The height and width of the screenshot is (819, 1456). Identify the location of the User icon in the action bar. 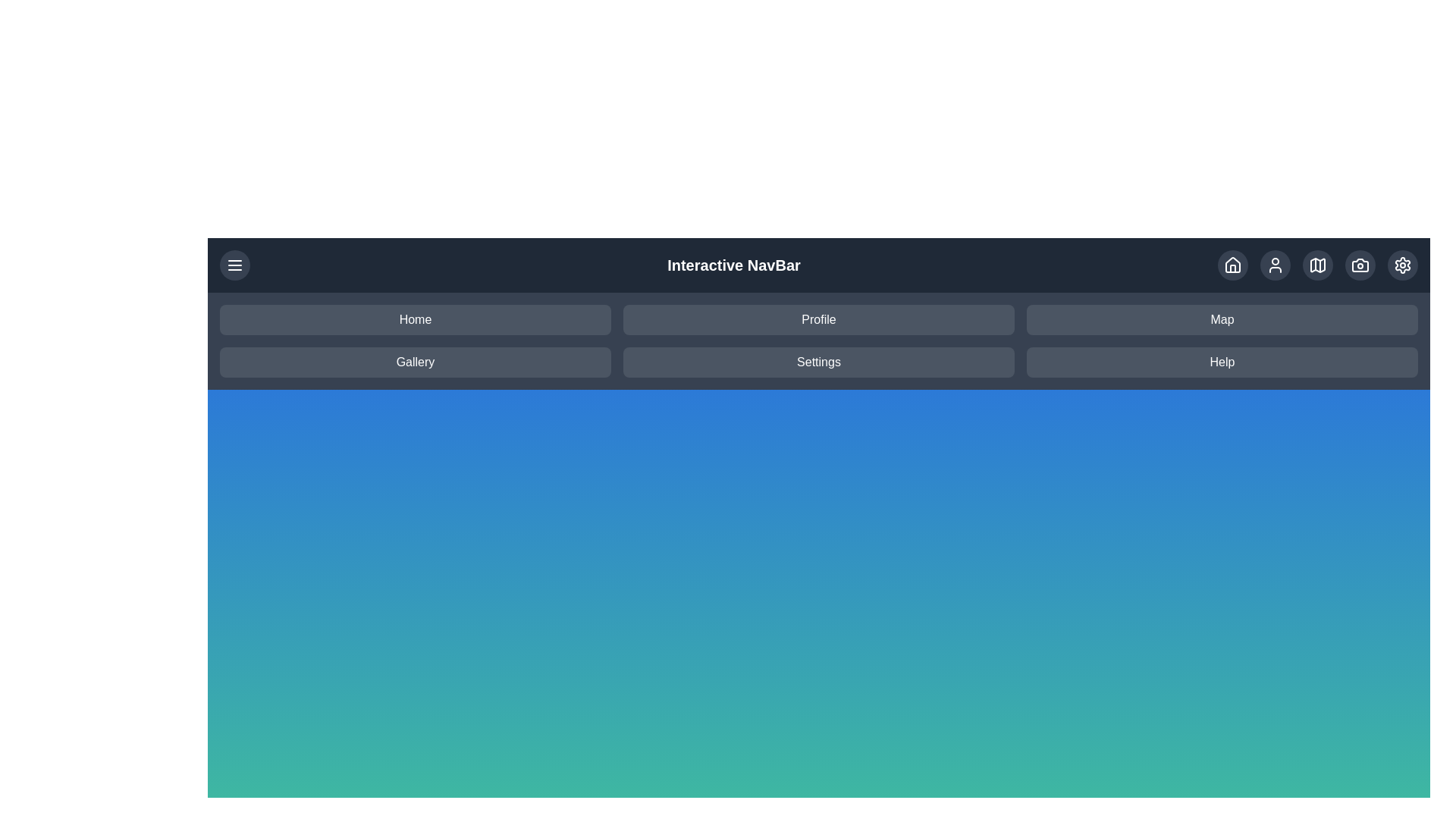
(1274, 265).